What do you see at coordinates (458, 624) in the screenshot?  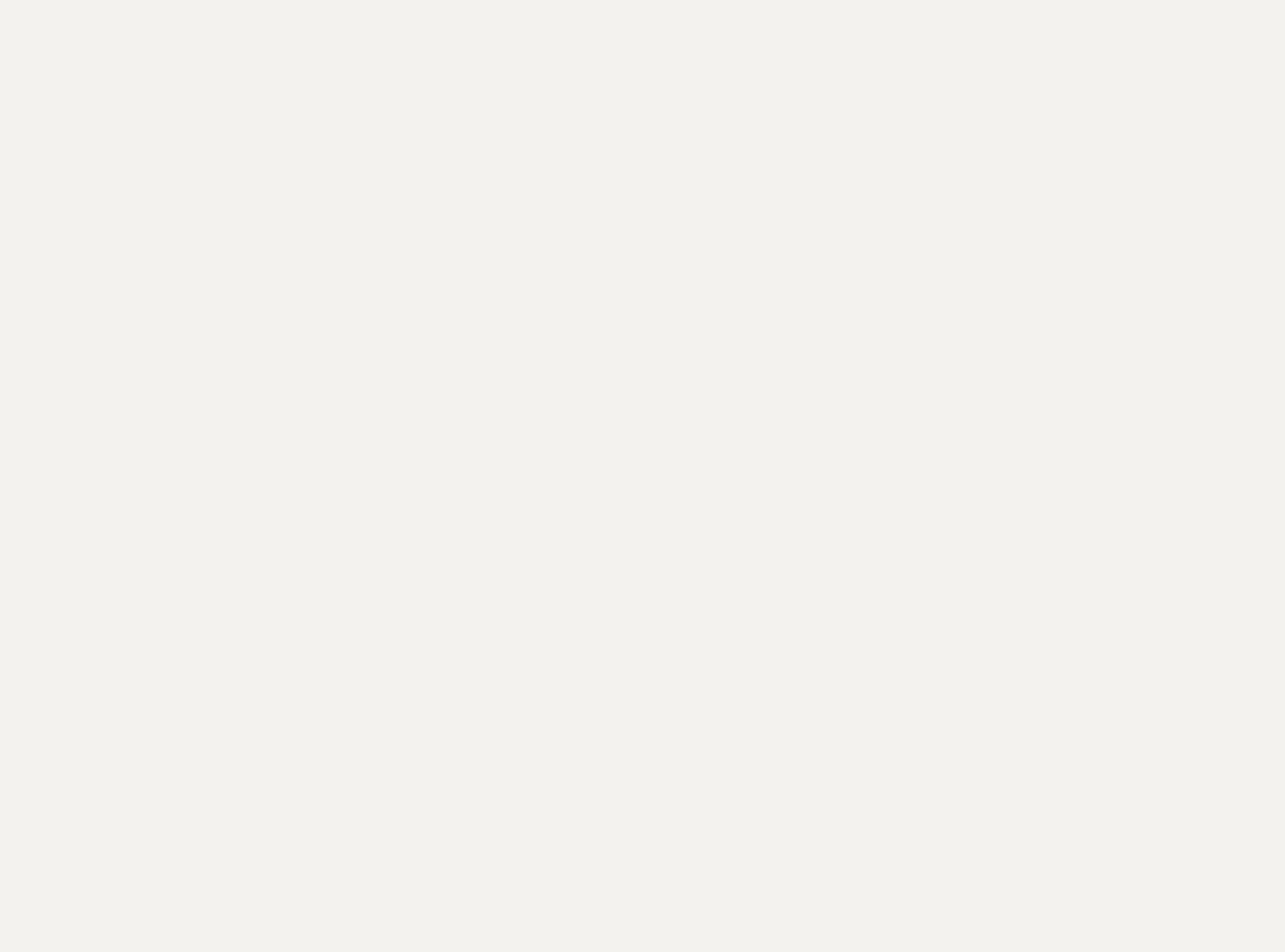 I see `','` at bounding box center [458, 624].